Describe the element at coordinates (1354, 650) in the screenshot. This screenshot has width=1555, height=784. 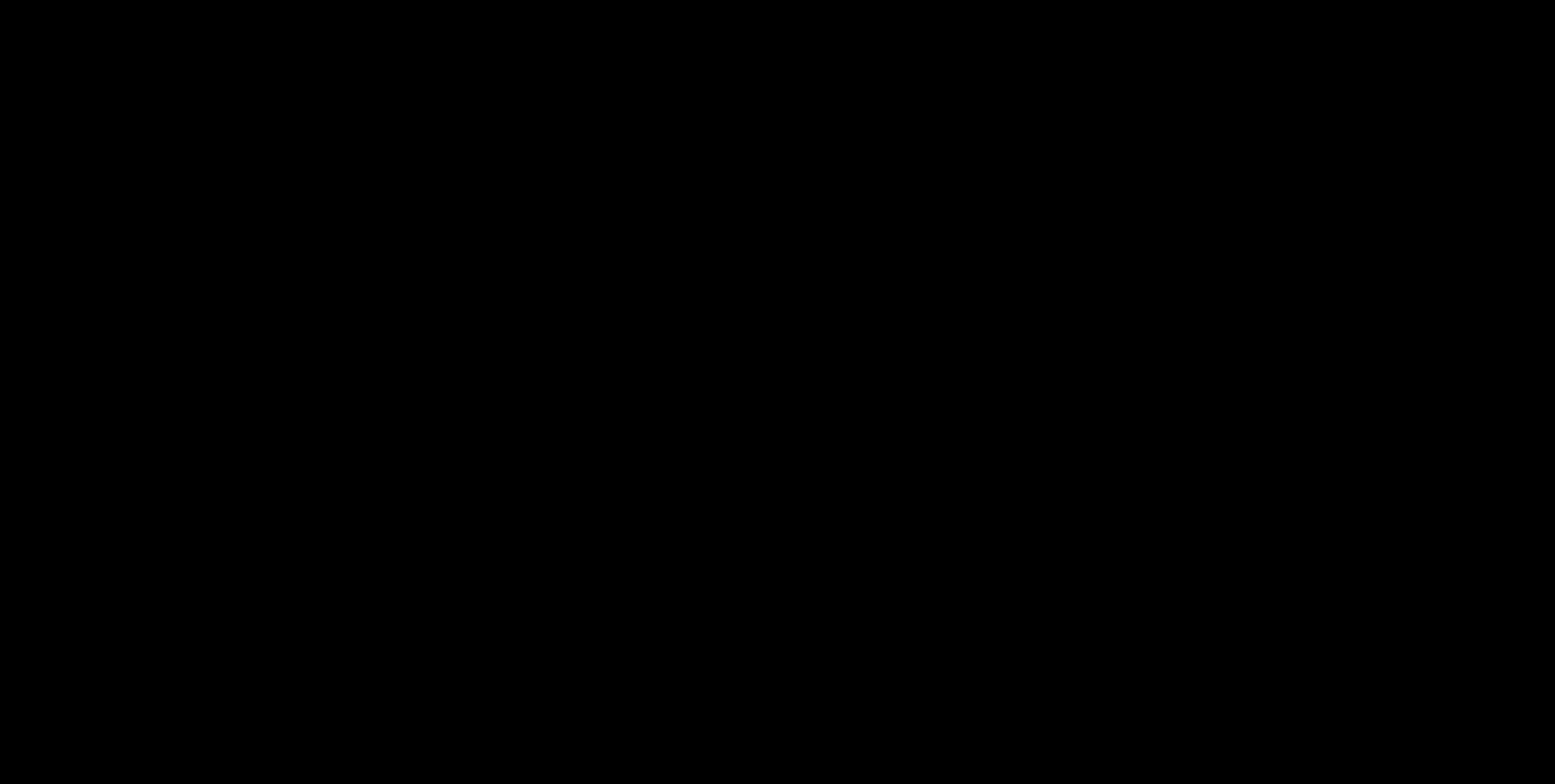
I see `'Beer Talk'` at that location.